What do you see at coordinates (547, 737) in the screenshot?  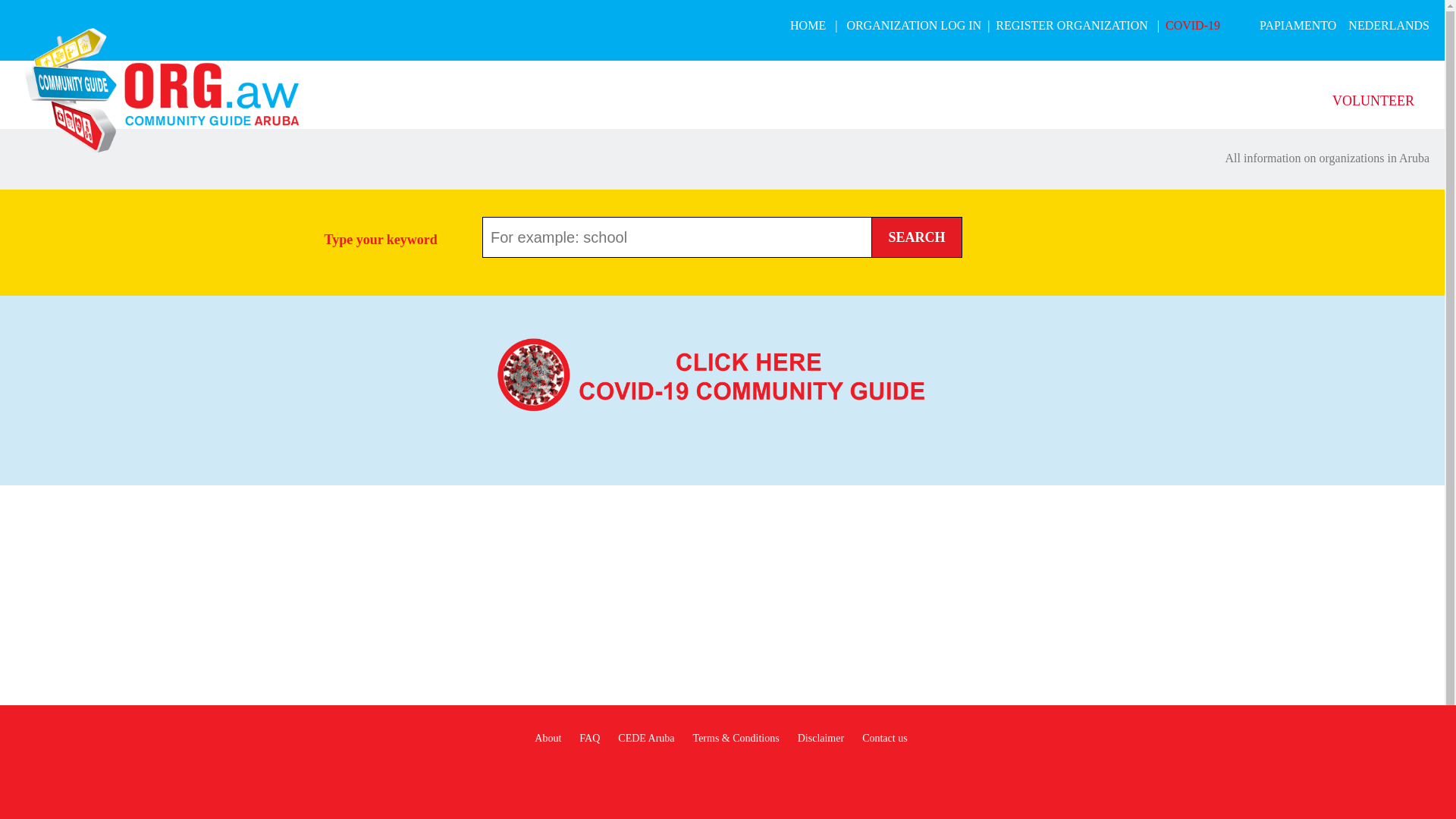 I see `'About'` at bounding box center [547, 737].